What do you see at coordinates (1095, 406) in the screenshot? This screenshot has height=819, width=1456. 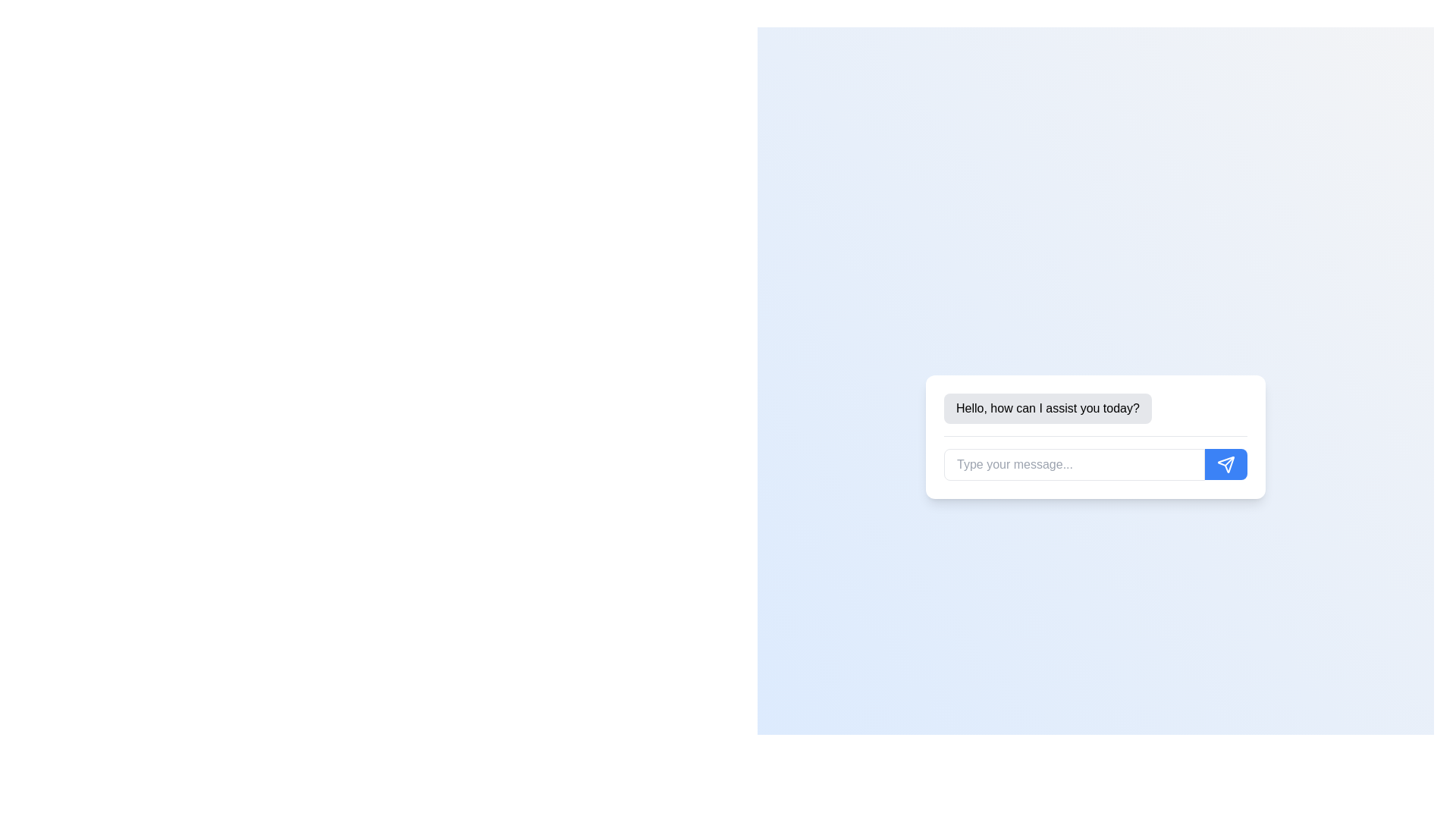 I see `the text label displaying 'Hello, how can I assist you today?' which is styled with a light gray background and located at the top of the chat interface` at bounding box center [1095, 406].